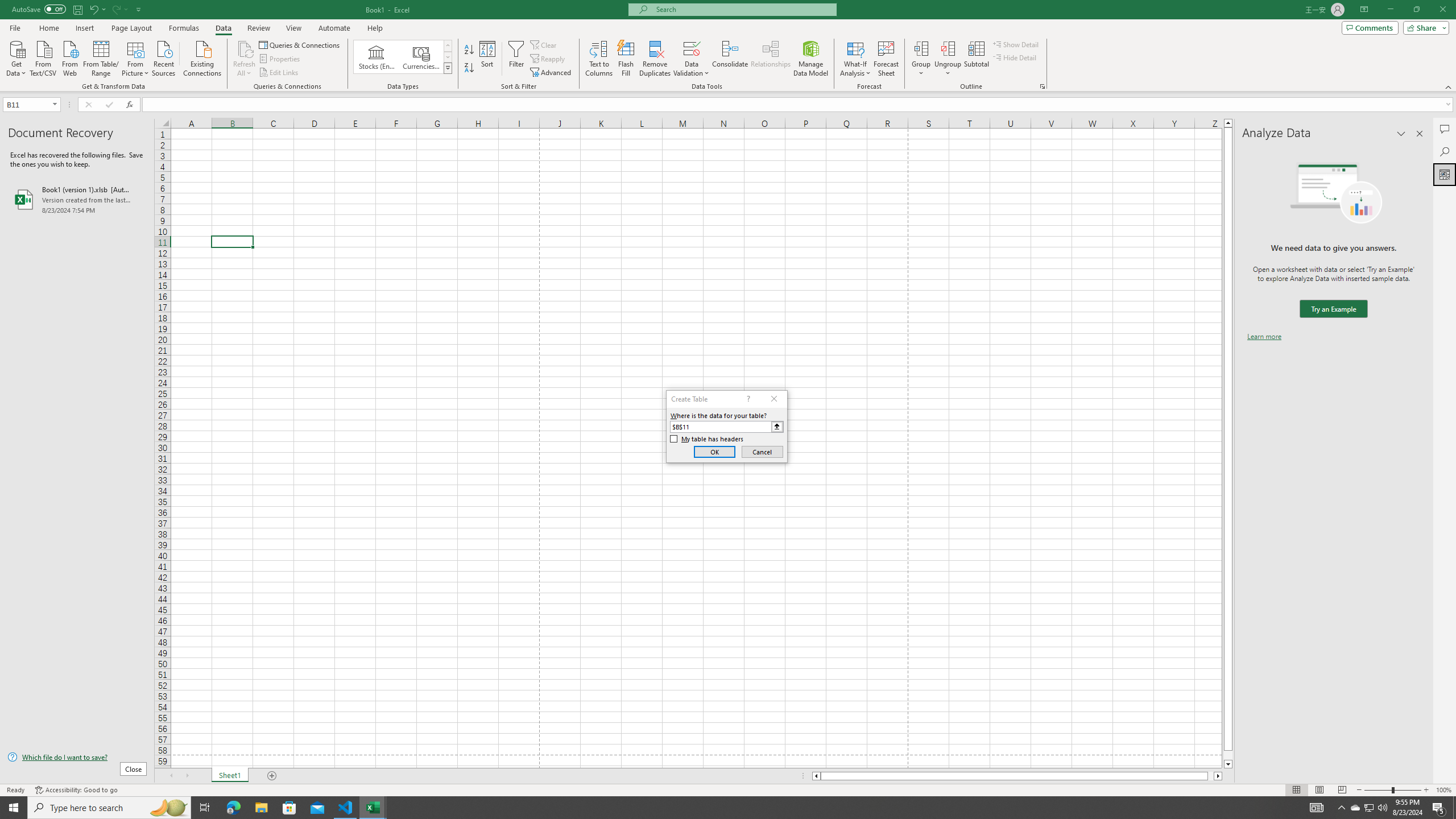  I want to click on 'Sort...', so click(487, 59).